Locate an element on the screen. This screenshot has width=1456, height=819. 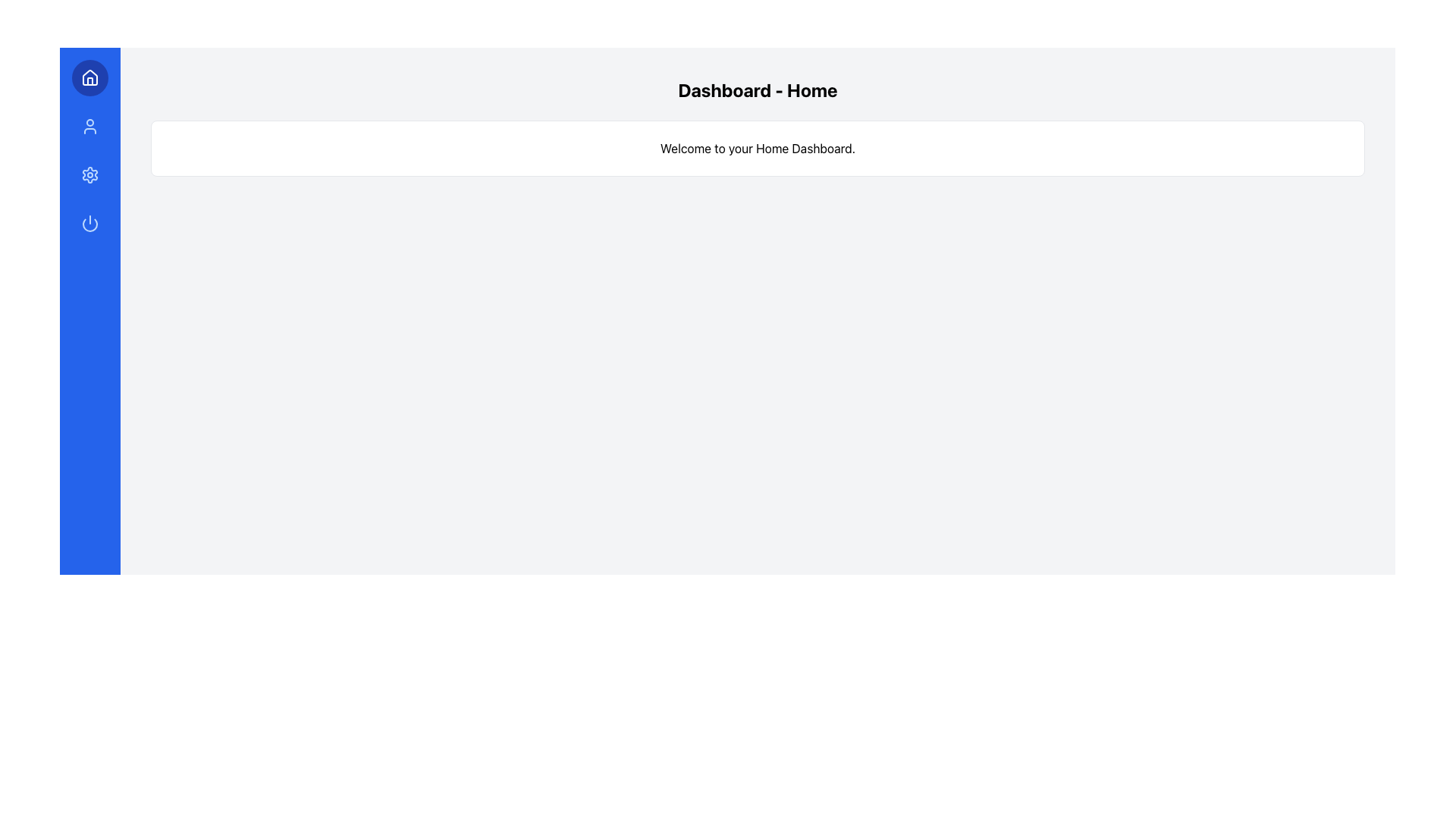
the second button in the vertically aligned menu on the left sidebar is located at coordinates (89, 125).